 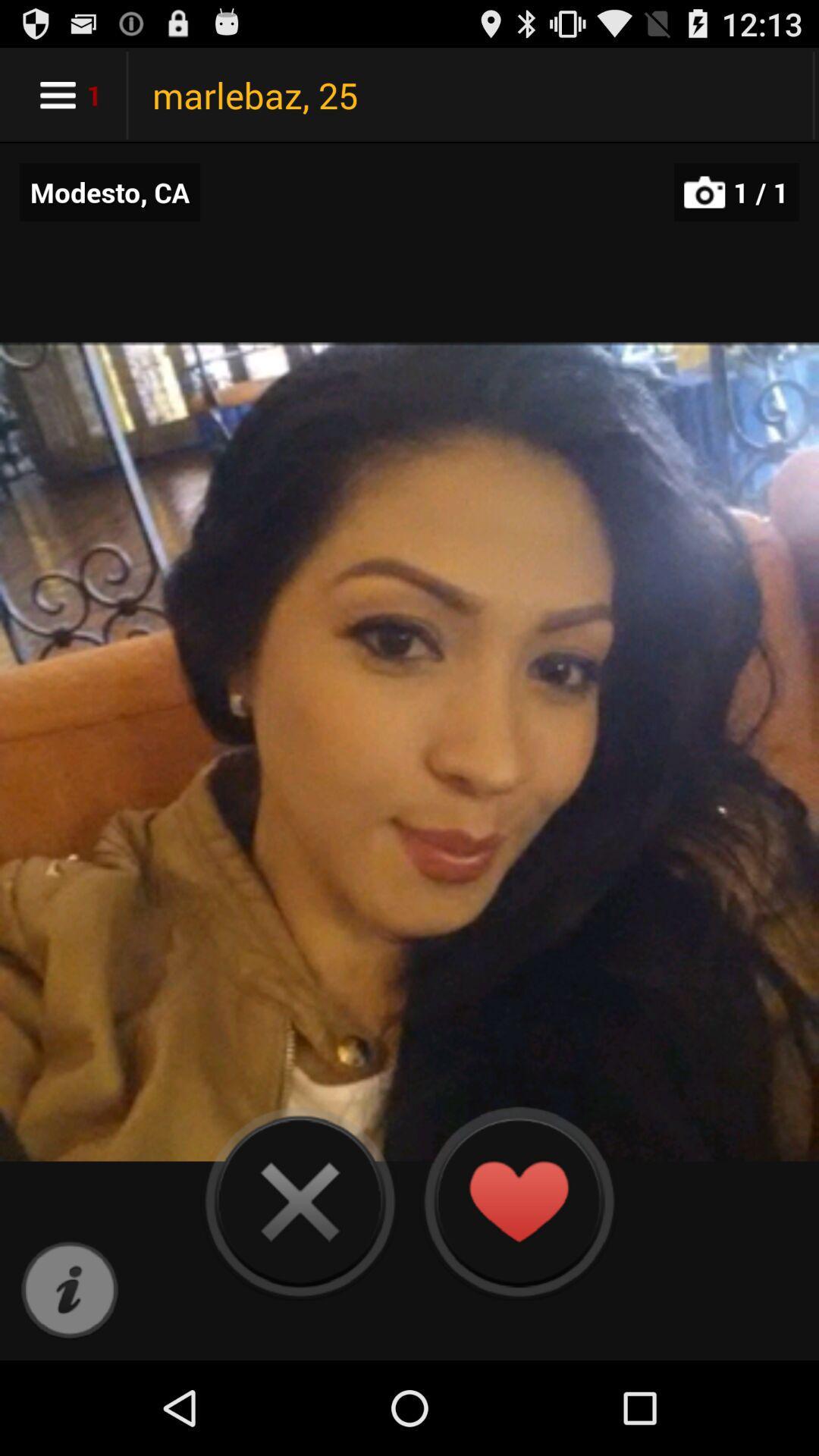 What do you see at coordinates (517, 1200) in the screenshot?
I see `interested` at bounding box center [517, 1200].